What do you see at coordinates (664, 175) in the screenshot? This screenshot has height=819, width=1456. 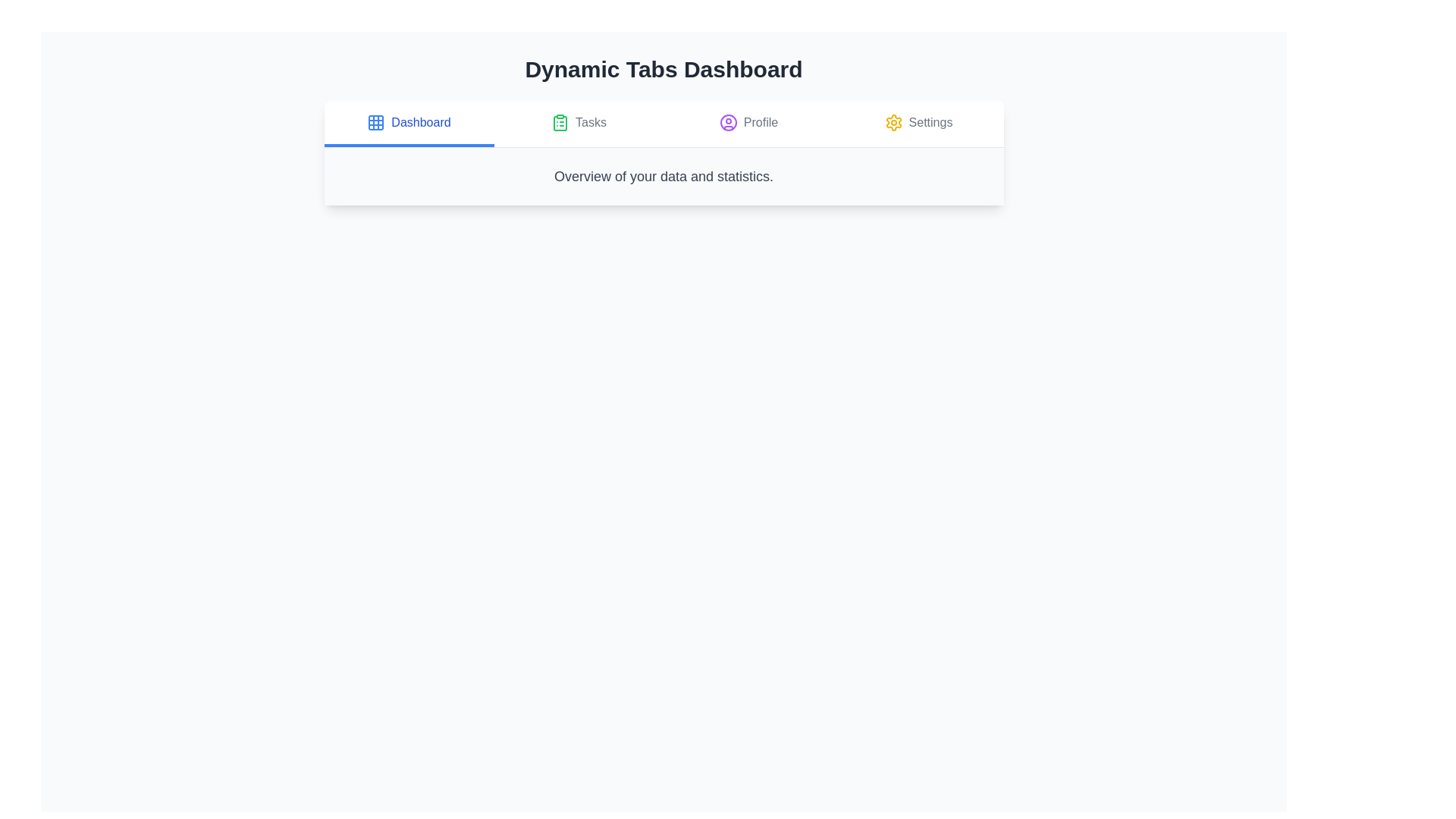 I see `the textual component styled with a light gray background and dark gray text, located directly beneath the tabbed menu interface` at bounding box center [664, 175].